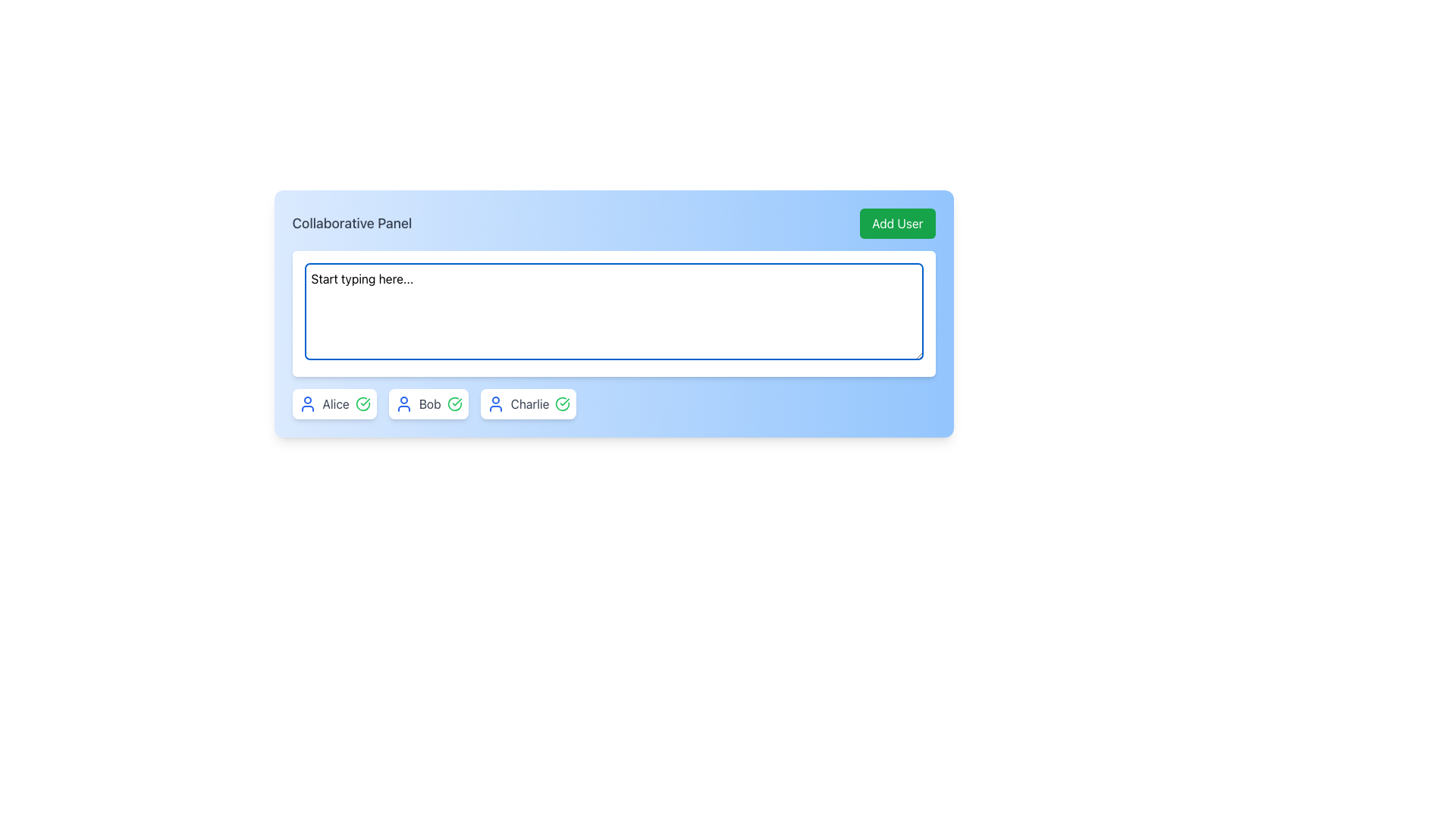  What do you see at coordinates (897, 223) in the screenshot?
I see `the 'Add User' button located at the top-right corner of the panel` at bounding box center [897, 223].